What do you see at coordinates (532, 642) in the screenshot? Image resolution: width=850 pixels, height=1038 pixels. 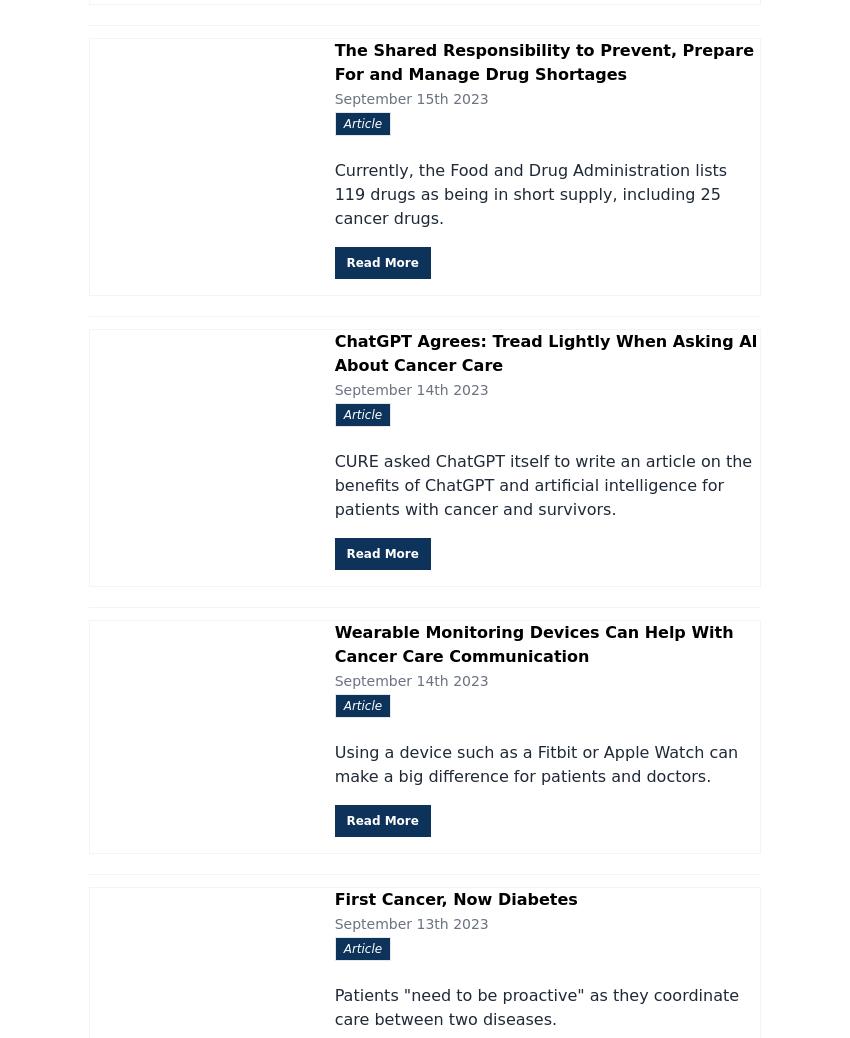 I see `'Wearable Monitoring Devices Can Help With Cancer Care Communication'` at bounding box center [532, 642].